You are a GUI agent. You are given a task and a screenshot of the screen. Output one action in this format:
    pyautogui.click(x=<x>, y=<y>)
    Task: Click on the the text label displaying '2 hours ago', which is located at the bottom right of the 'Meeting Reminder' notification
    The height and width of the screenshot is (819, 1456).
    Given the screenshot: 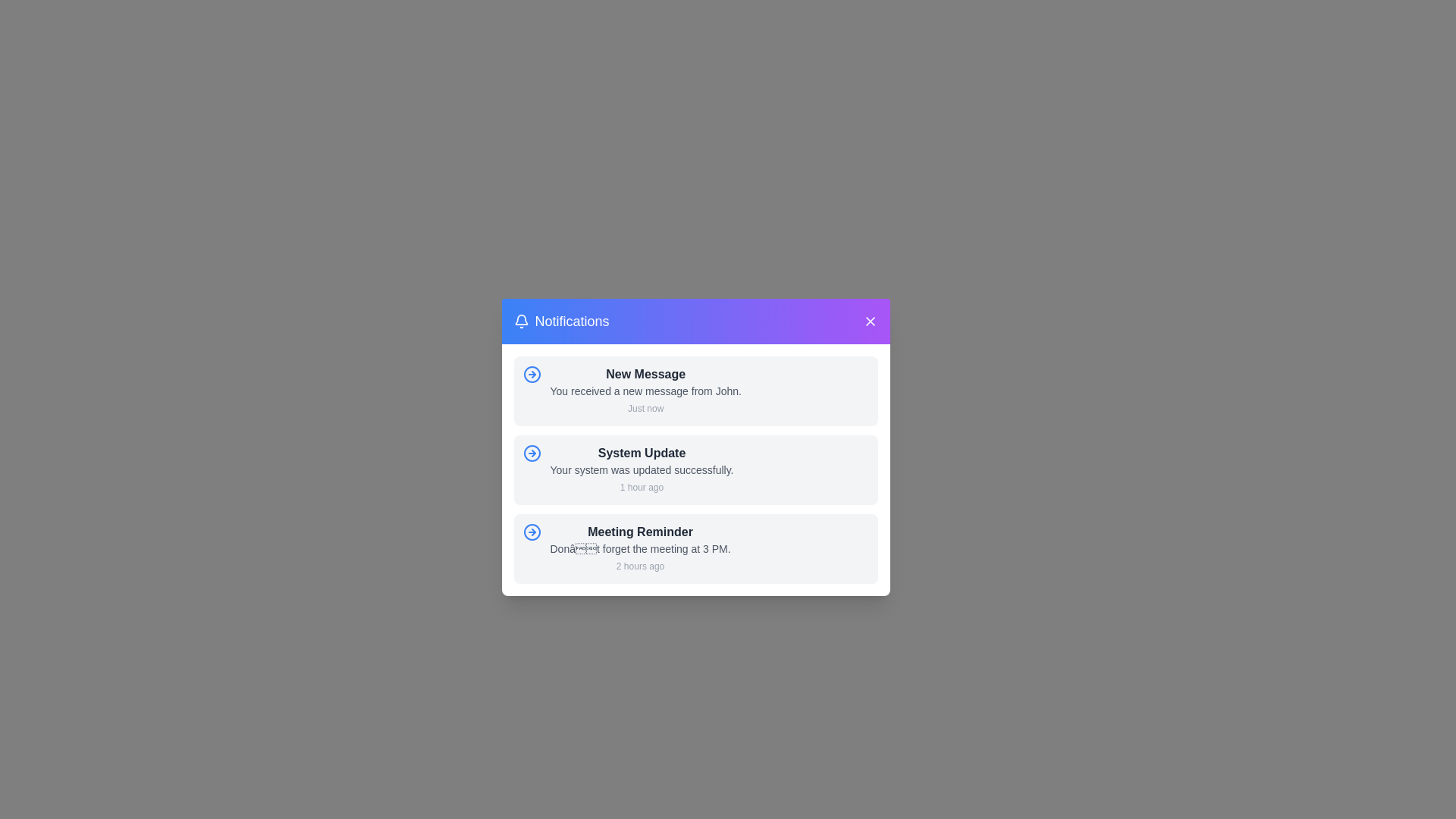 What is the action you would take?
    pyautogui.click(x=640, y=566)
    